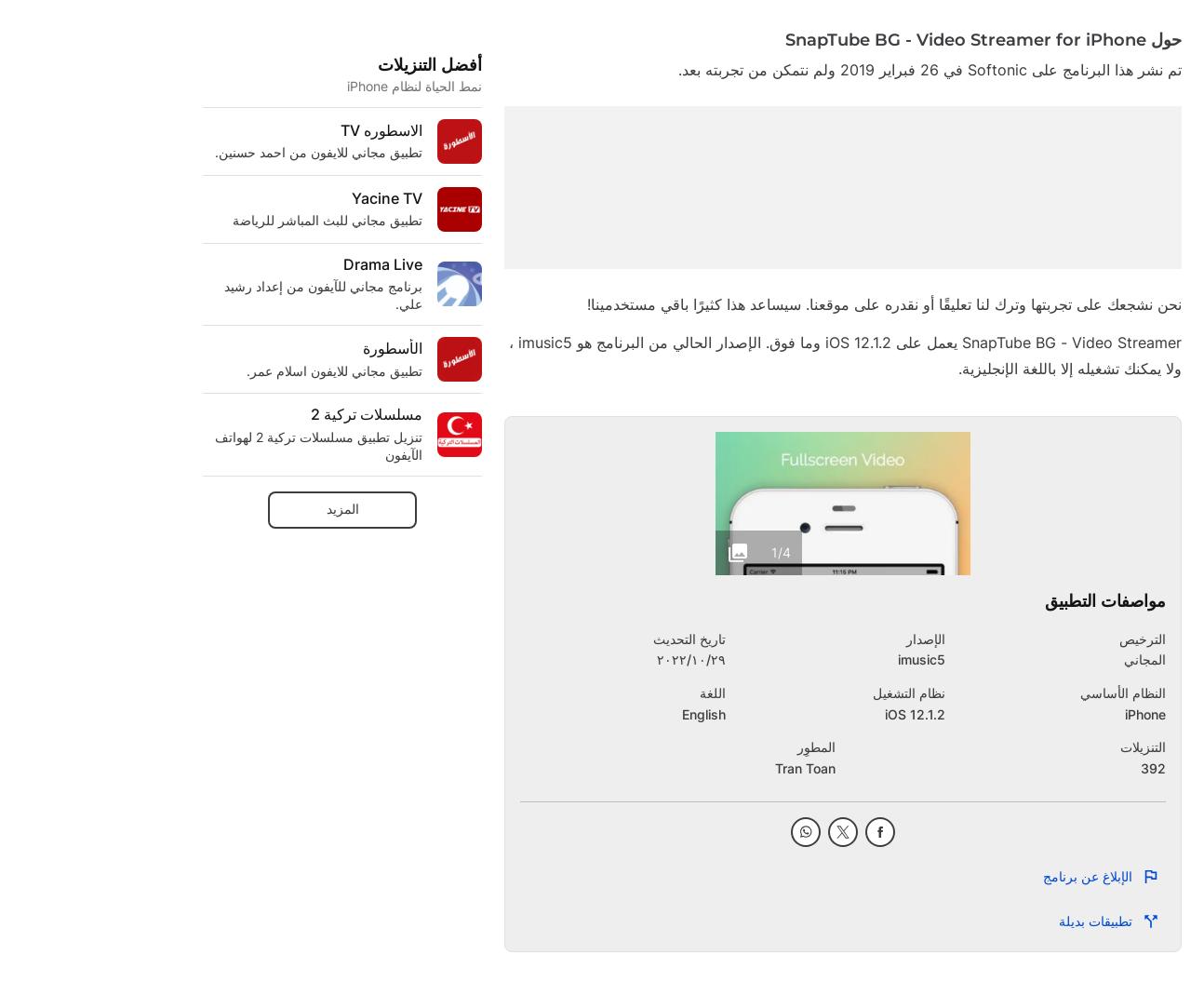 The height and width of the screenshot is (995, 1204). Describe the element at coordinates (549, 59) in the screenshot. I see `'Motorola by Hubble Connected'` at that location.